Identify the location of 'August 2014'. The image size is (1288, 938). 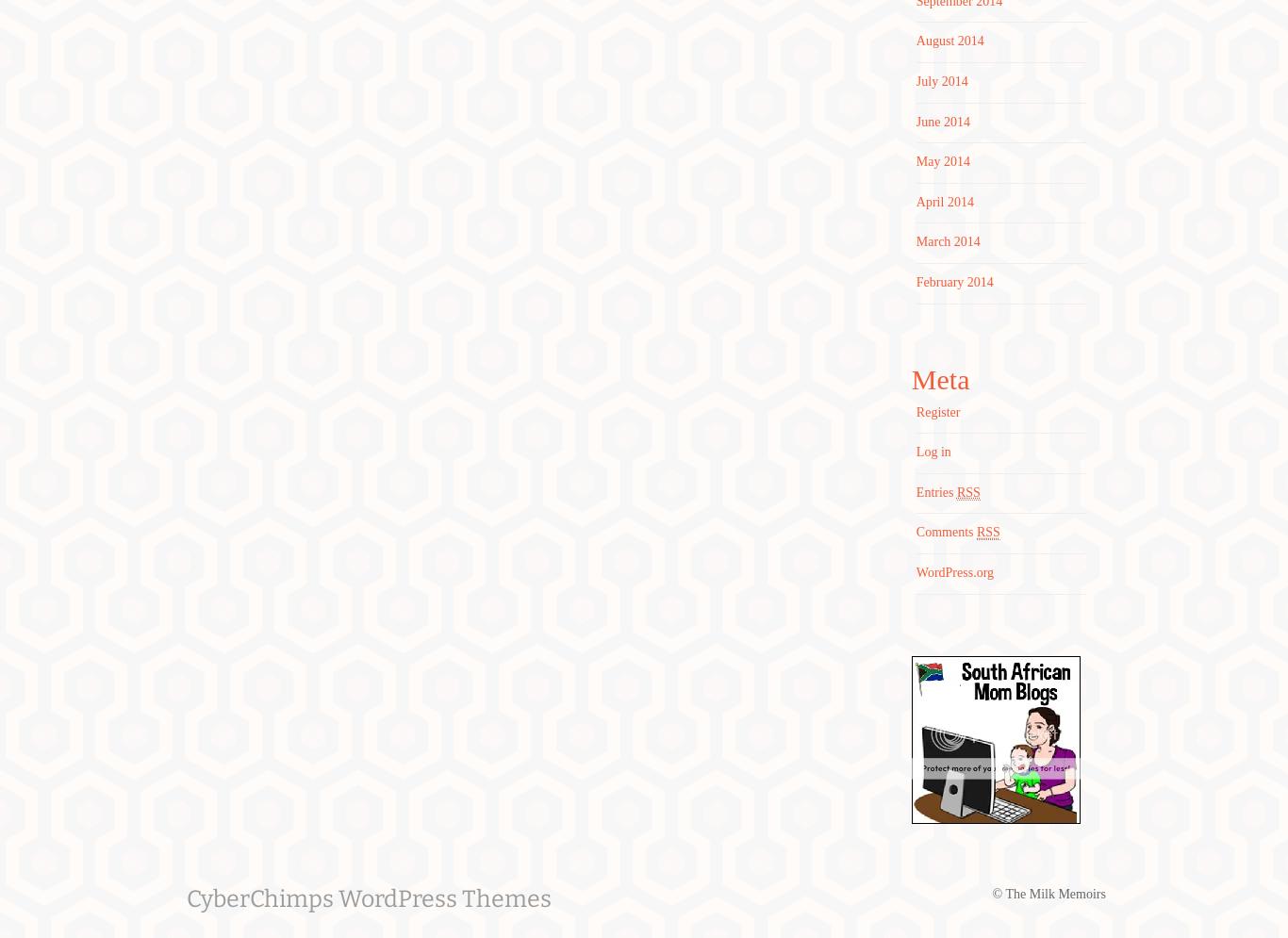
(949, 40).